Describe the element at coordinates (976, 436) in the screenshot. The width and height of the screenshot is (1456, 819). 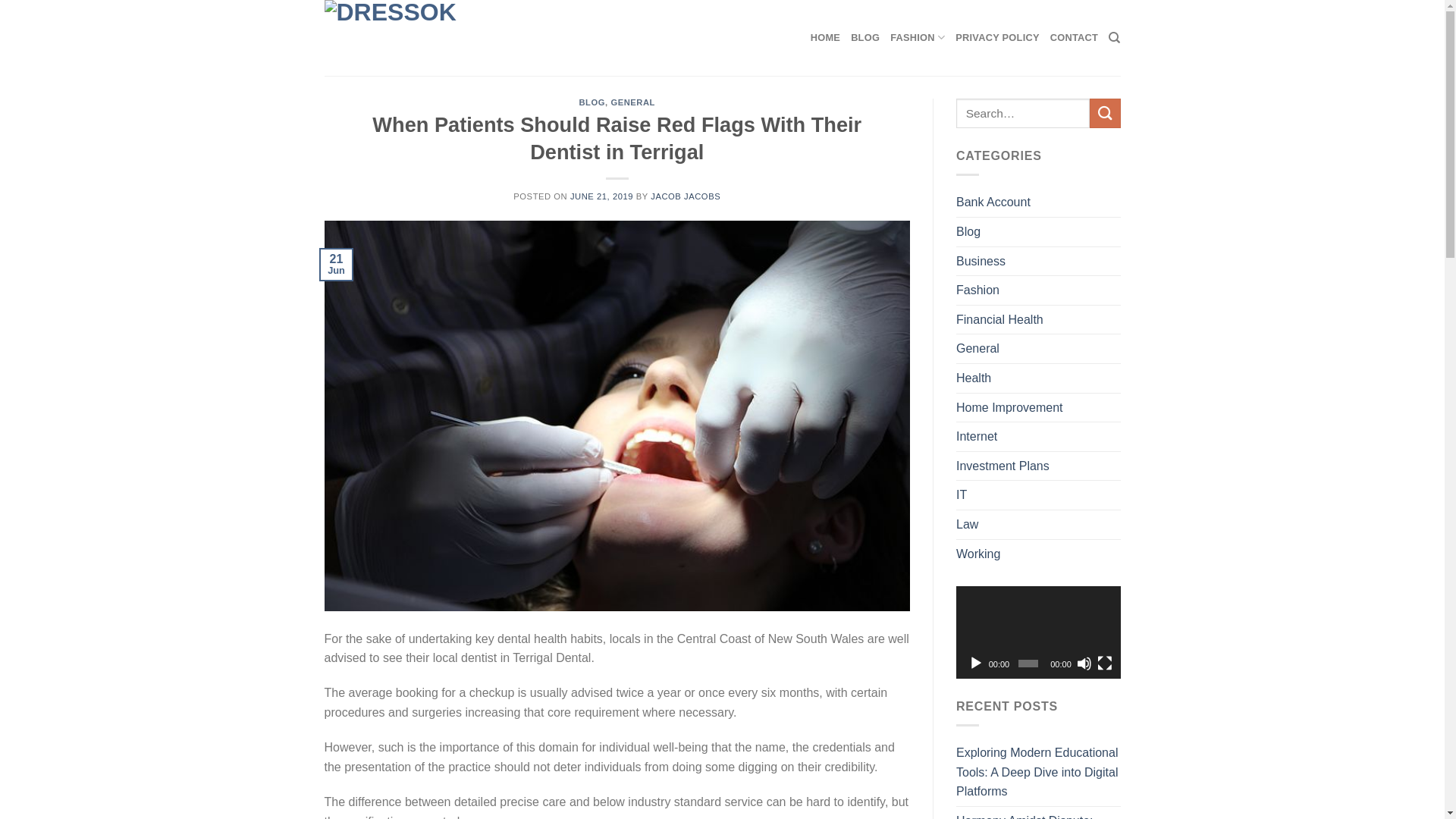
I see `'Internet'` at that location.